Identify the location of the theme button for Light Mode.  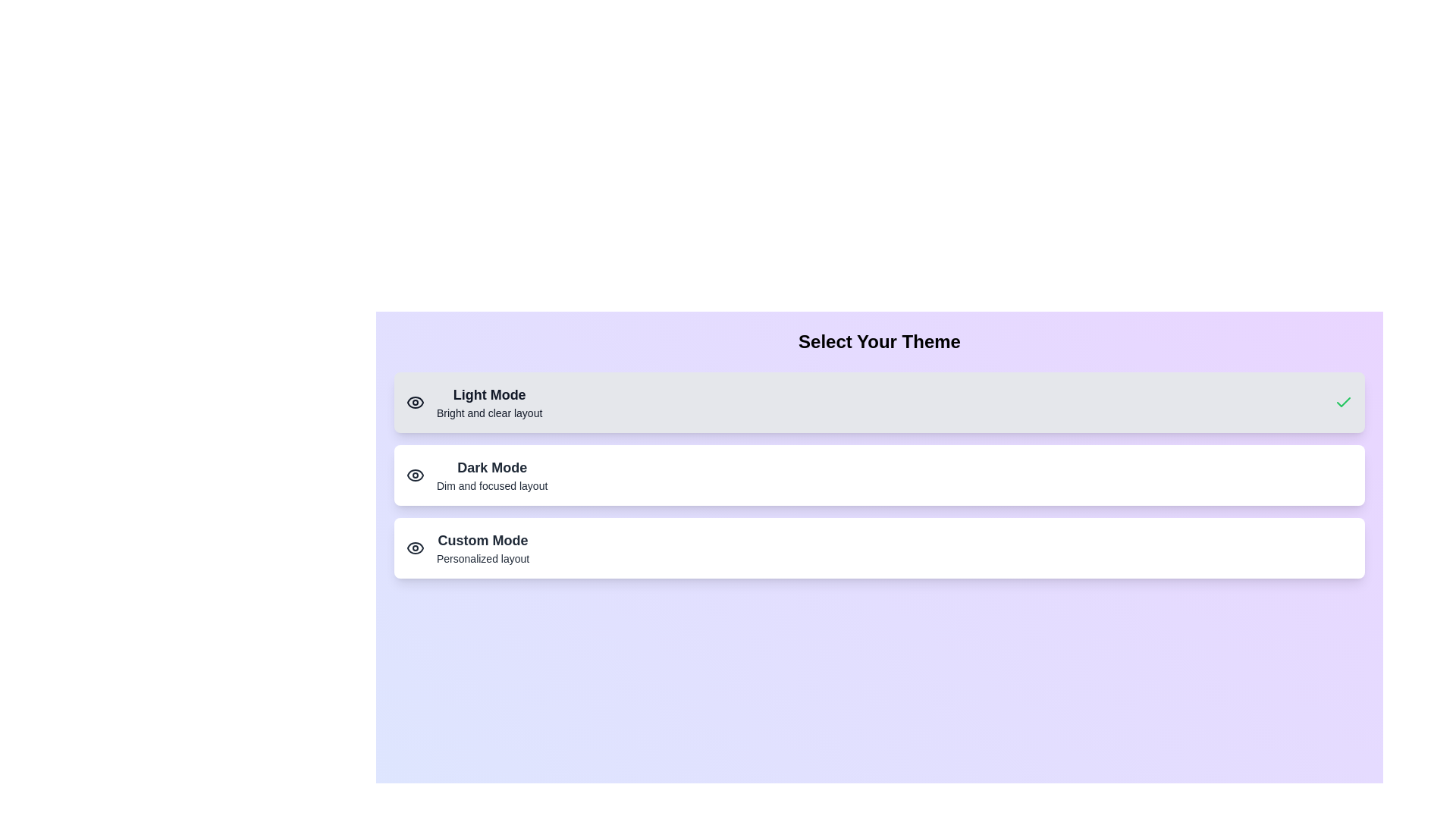
(880, 402).